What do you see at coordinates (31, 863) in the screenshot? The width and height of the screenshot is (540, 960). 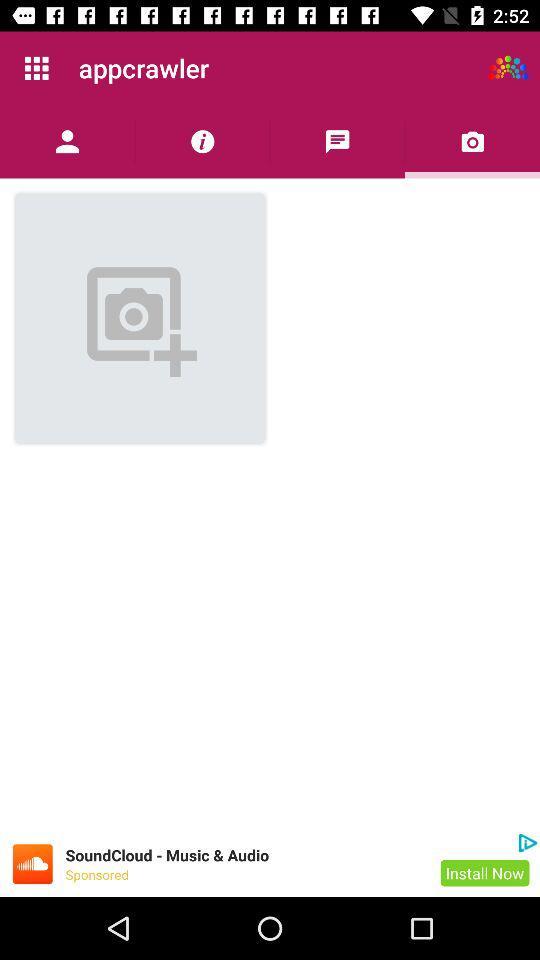 I see `advertisement page` at bounding box center [31, 863].